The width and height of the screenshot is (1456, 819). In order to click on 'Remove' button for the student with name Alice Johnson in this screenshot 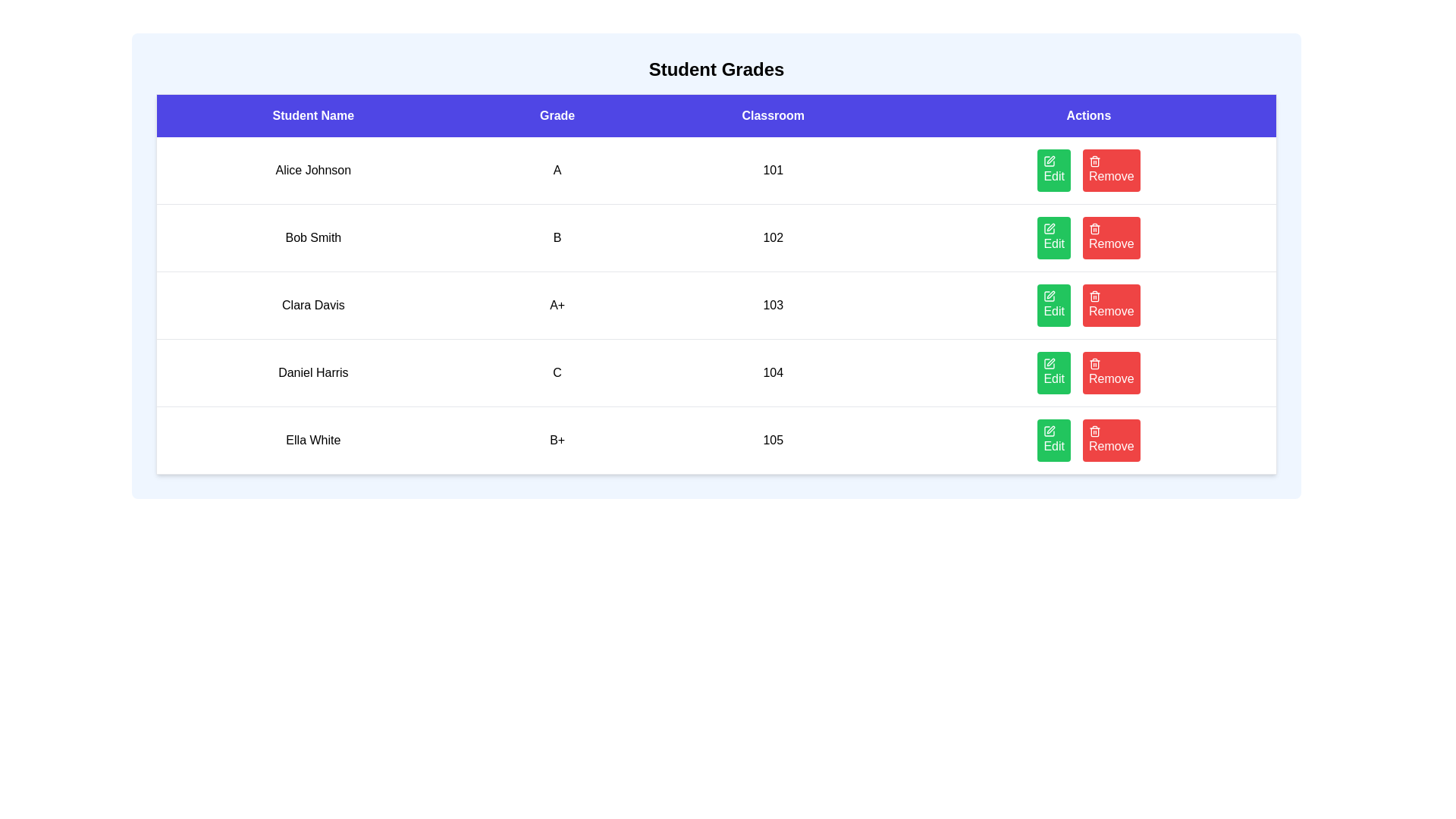, I will do `click(1111, 170)`.